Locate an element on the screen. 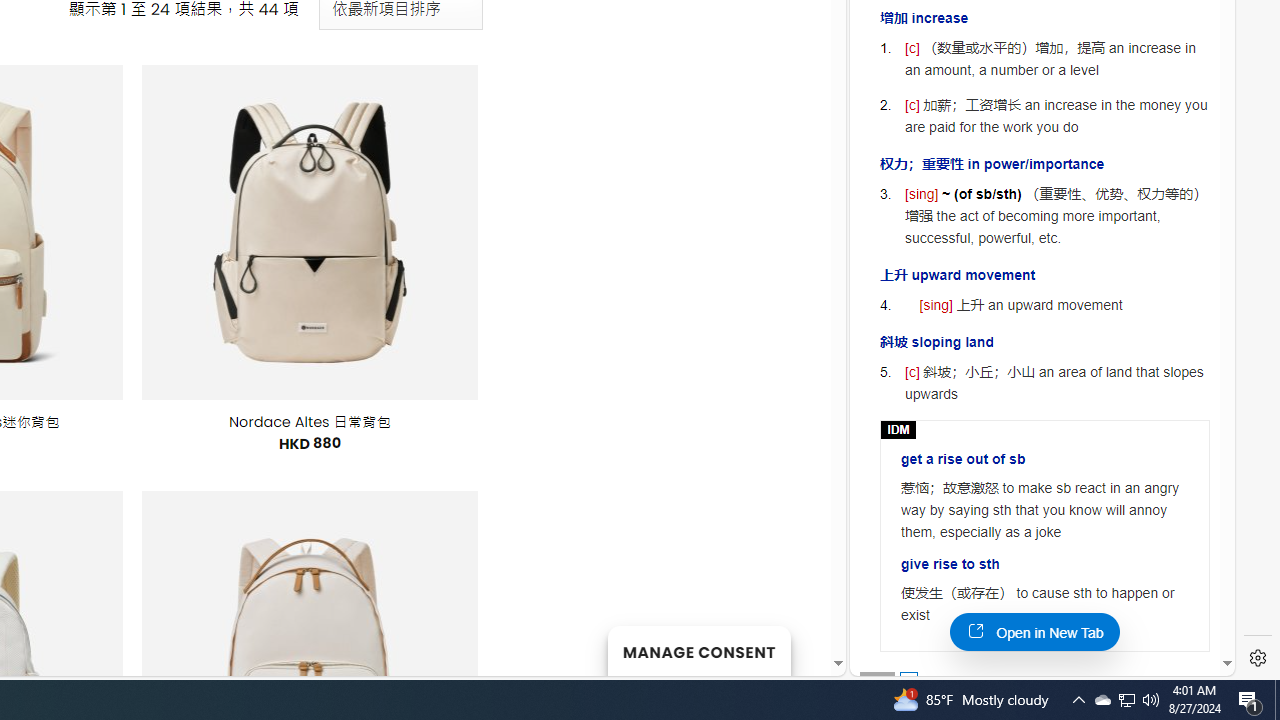 This screenshot has height=720, width=1280. 'AutomationID: posbtn_1' is located at coordinates (907, 679).